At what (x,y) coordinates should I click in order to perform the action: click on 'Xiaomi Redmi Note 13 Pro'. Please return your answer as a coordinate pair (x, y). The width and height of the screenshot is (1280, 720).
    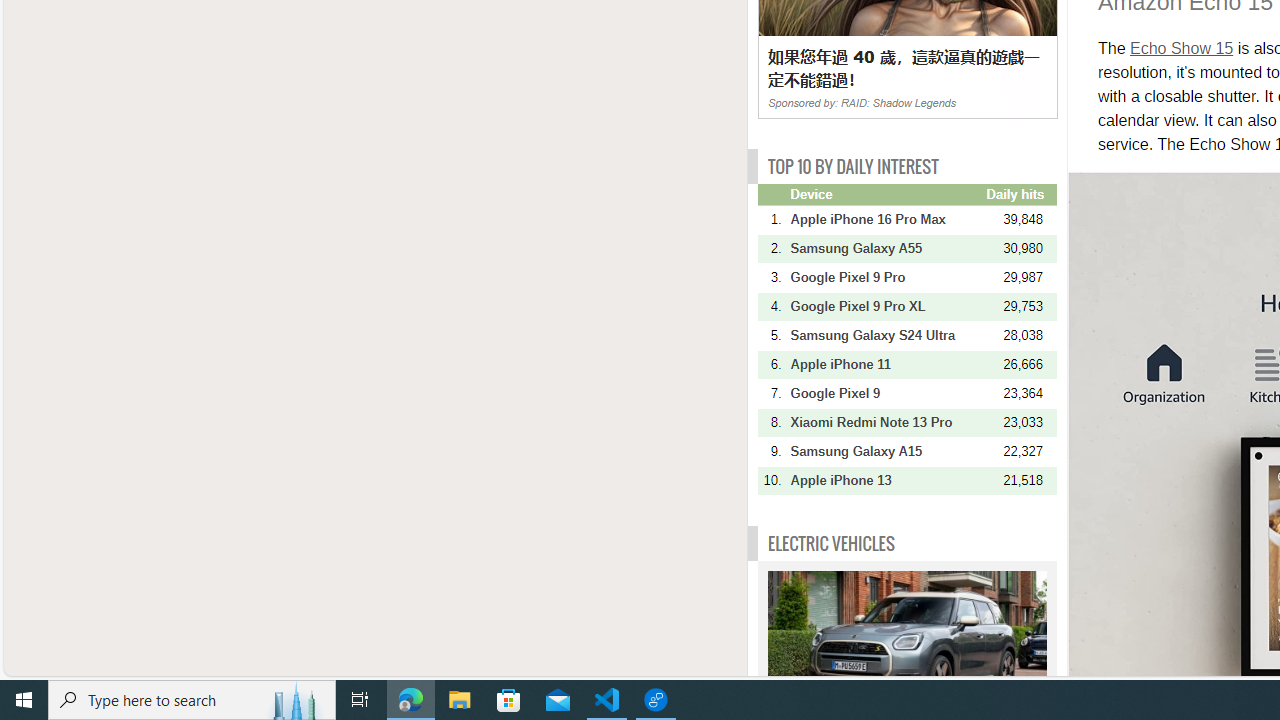
    Looking at the image, I should click on (885, 421).